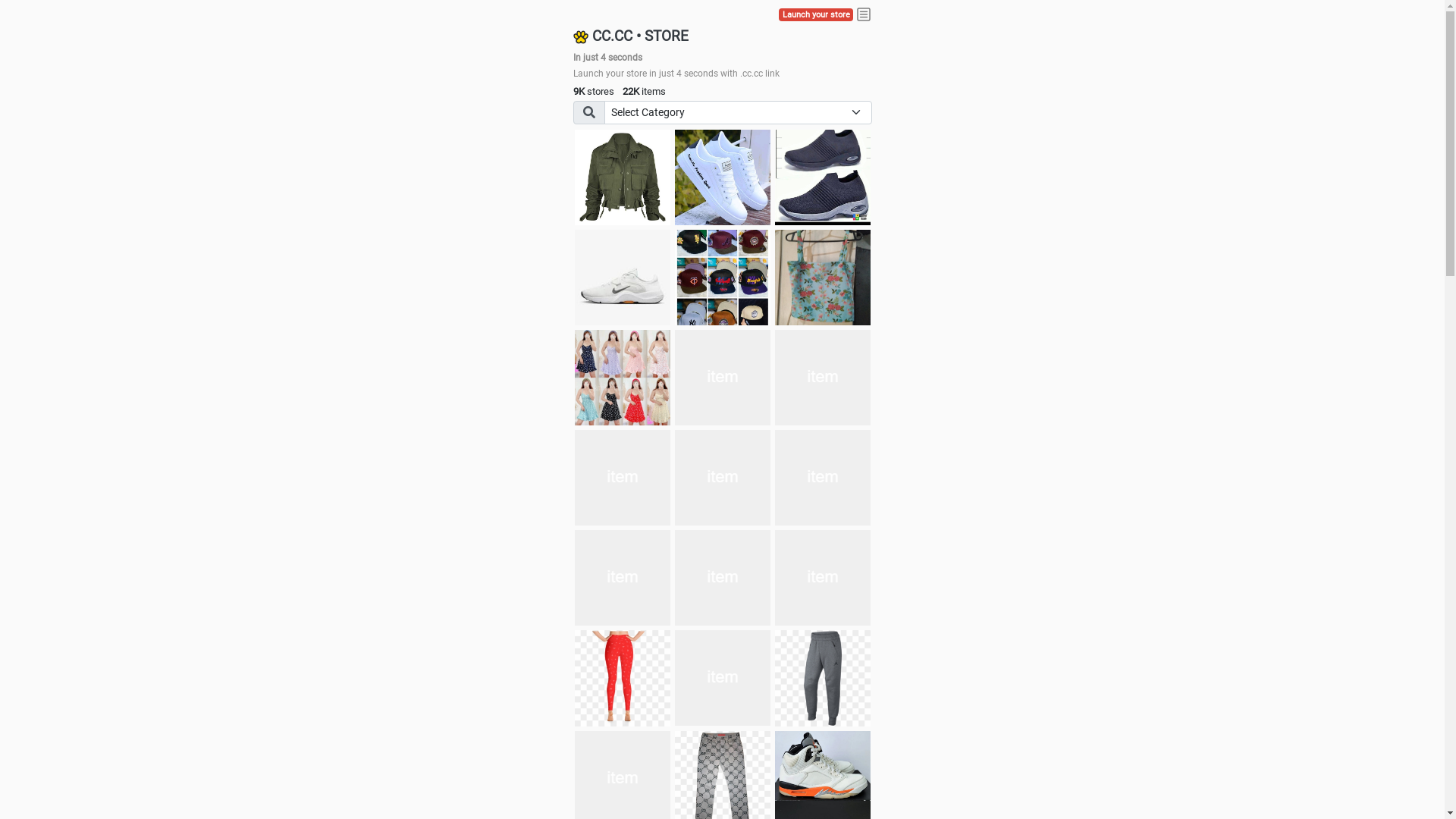 The image size is (1456, 819). What do you see at coordinates (821, 278) in the screenshot?
I see `'Ukay cloth'` at bounding box center [821, 278].